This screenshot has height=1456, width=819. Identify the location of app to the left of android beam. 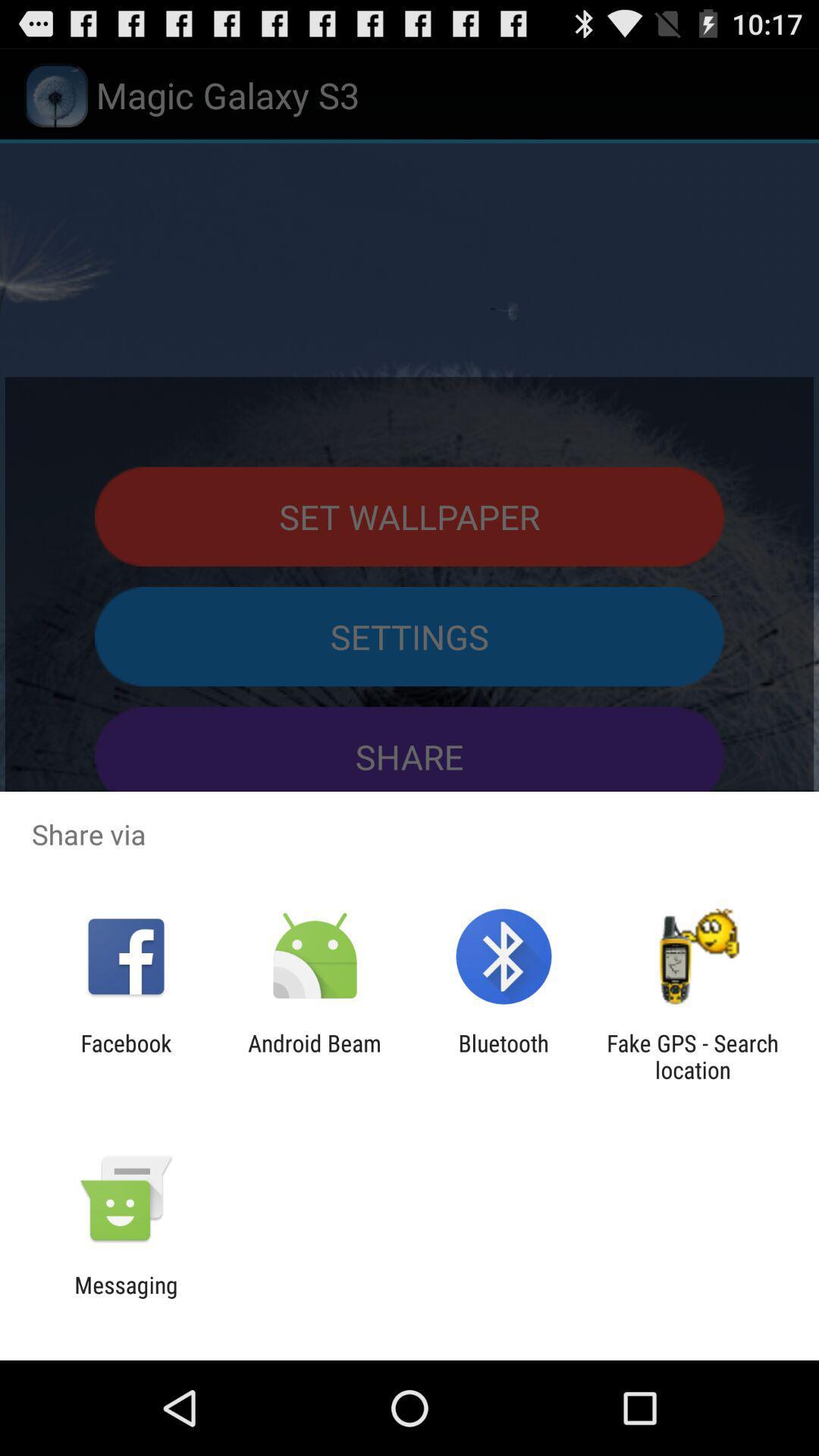
(125, 1056).